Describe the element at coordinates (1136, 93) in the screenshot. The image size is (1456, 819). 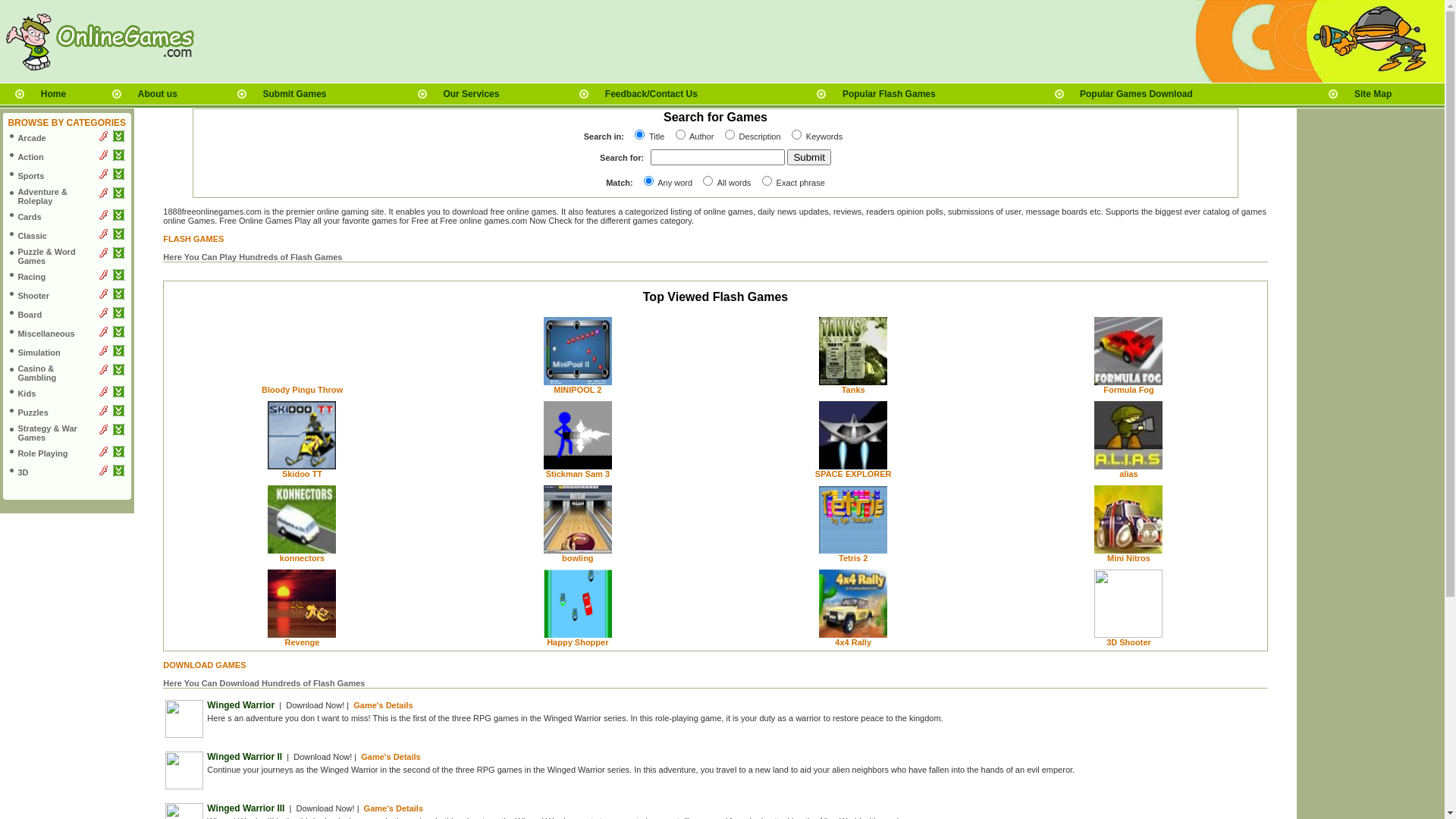
I see `'Popular Games Download'` at that location.